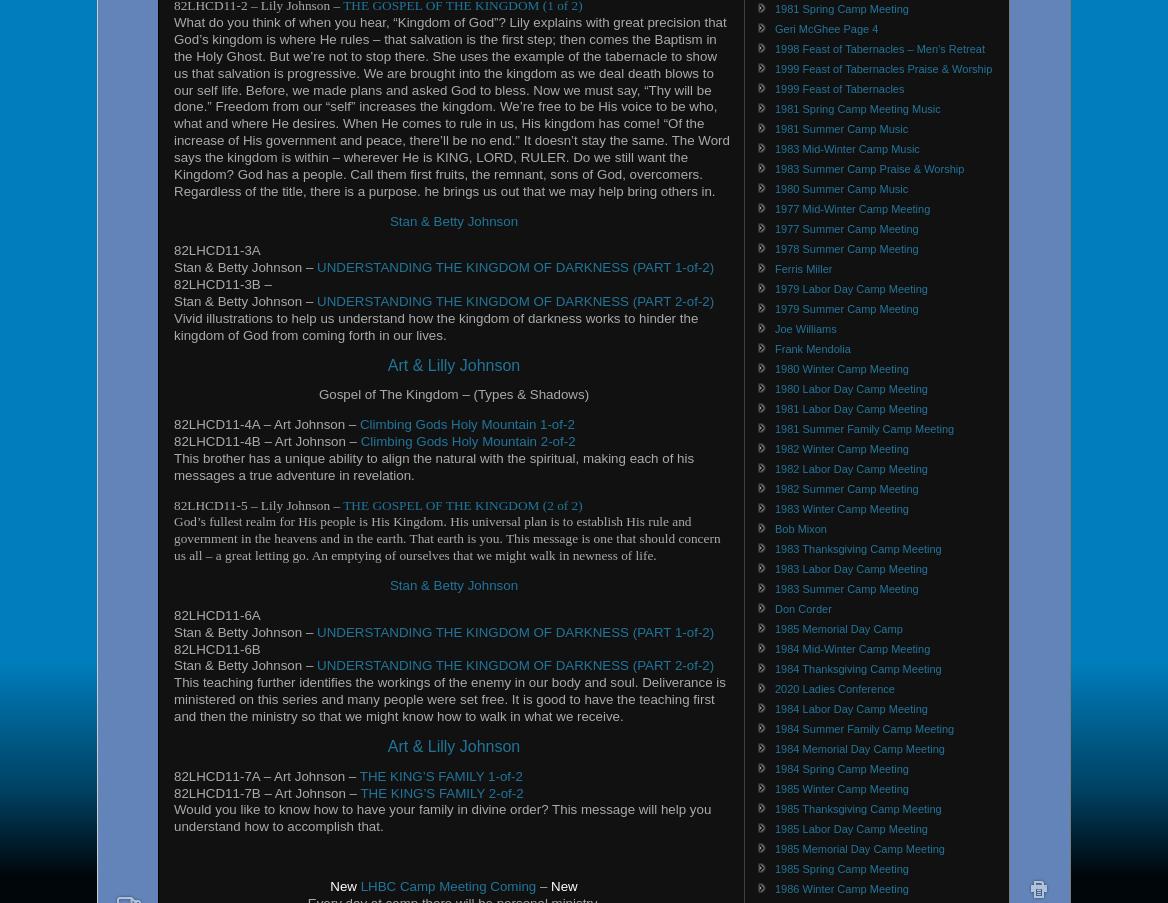 This screenshot has width=1168, height=903. I want to click on '82LHCD11-7B – Art Johnson –', so click(266, 791).